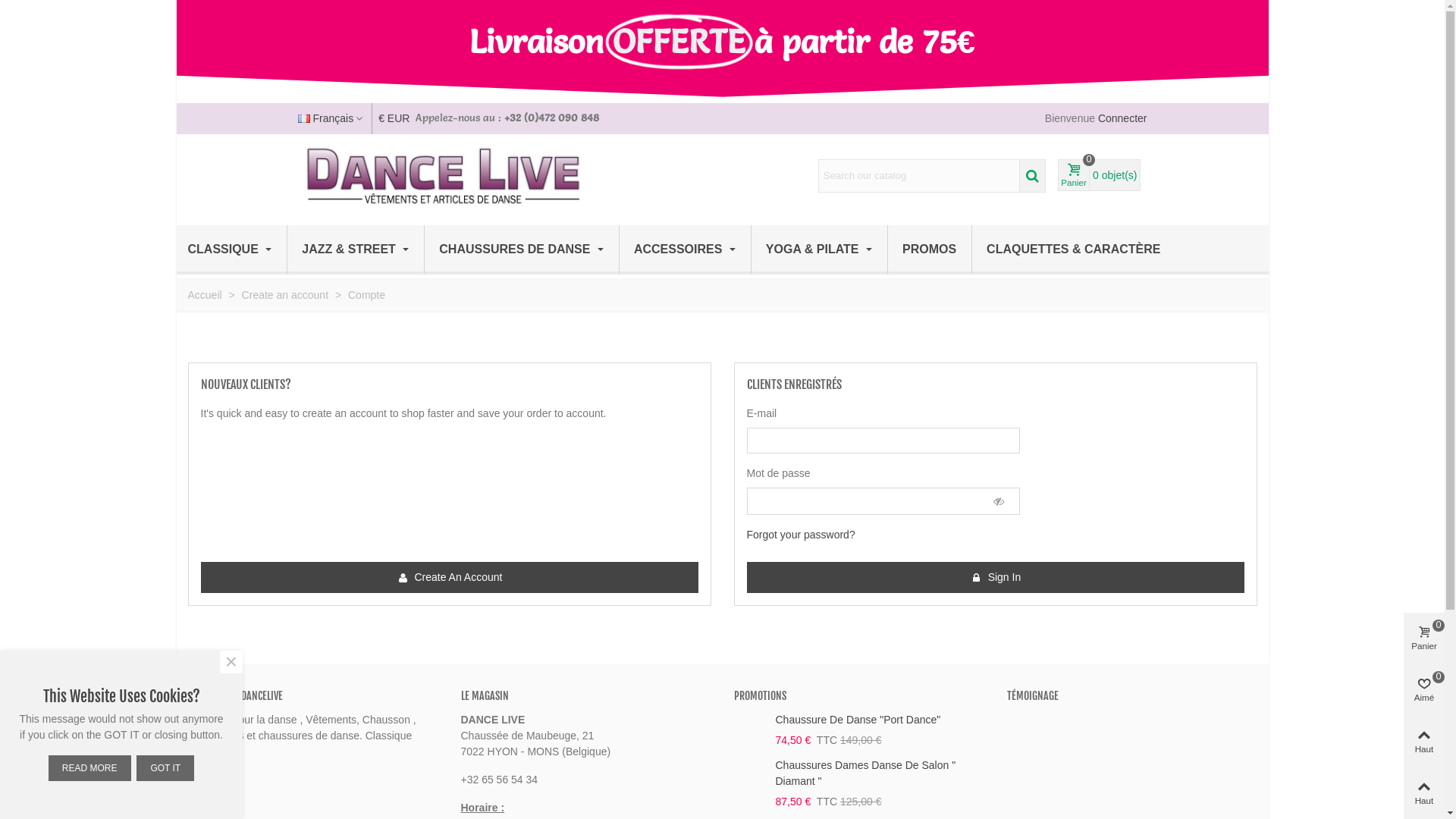 This screenshot has width=1456, height=819. I want to click on 'Create an account', so click(240, 295).